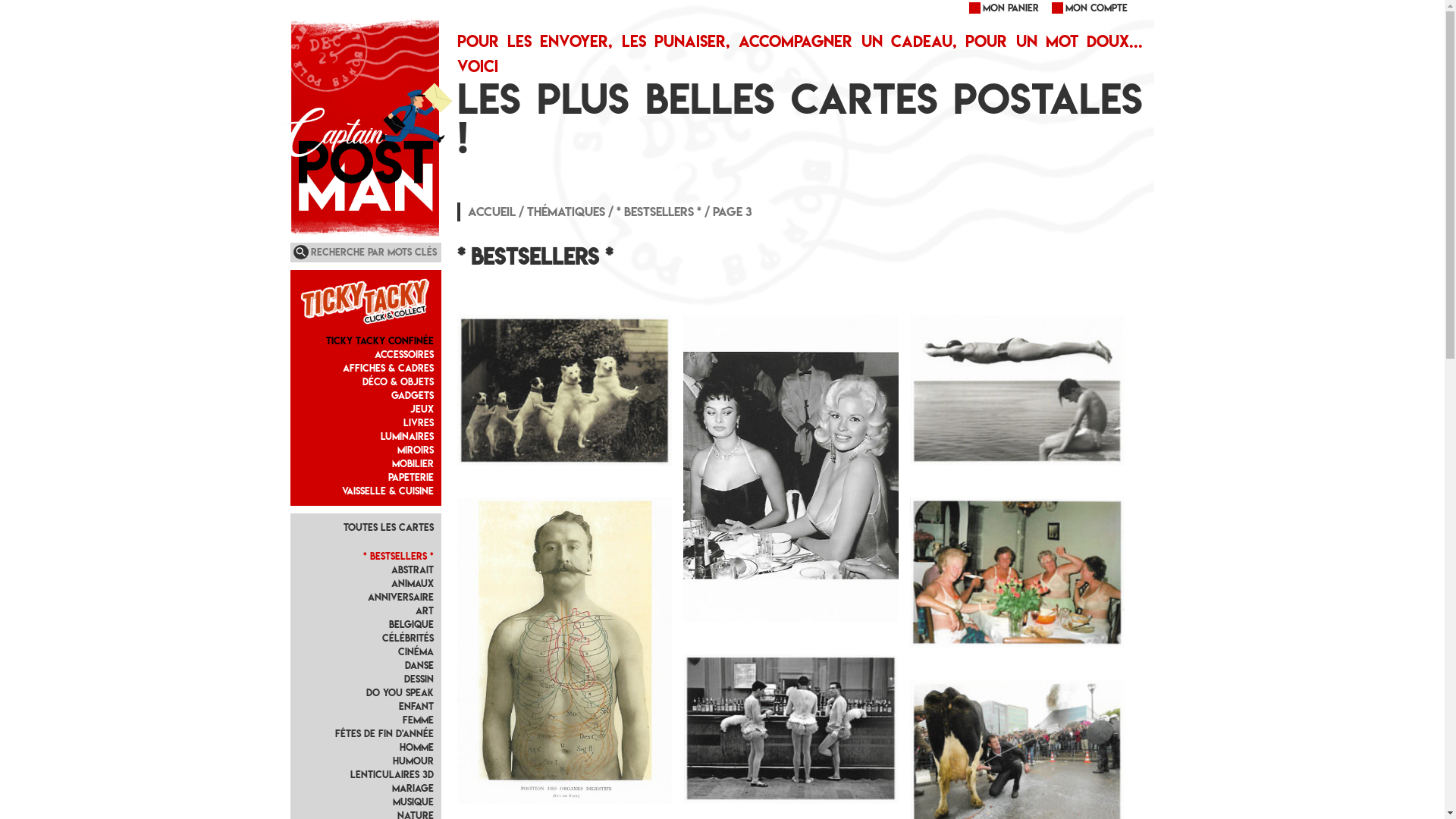 This screenshot has height=819, width=1456. Describe the element at coordinates (413, 761) in the screenshot. I see `'Humour'` at that location.